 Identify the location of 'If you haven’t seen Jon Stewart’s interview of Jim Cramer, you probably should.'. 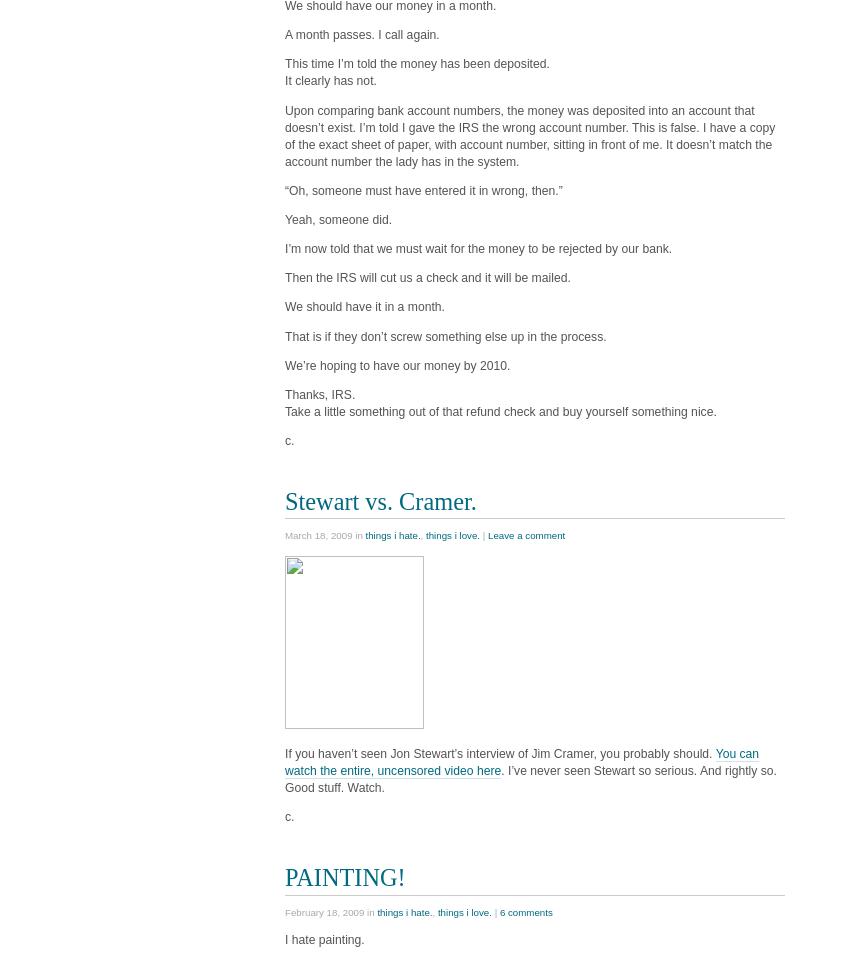
(499, 753).